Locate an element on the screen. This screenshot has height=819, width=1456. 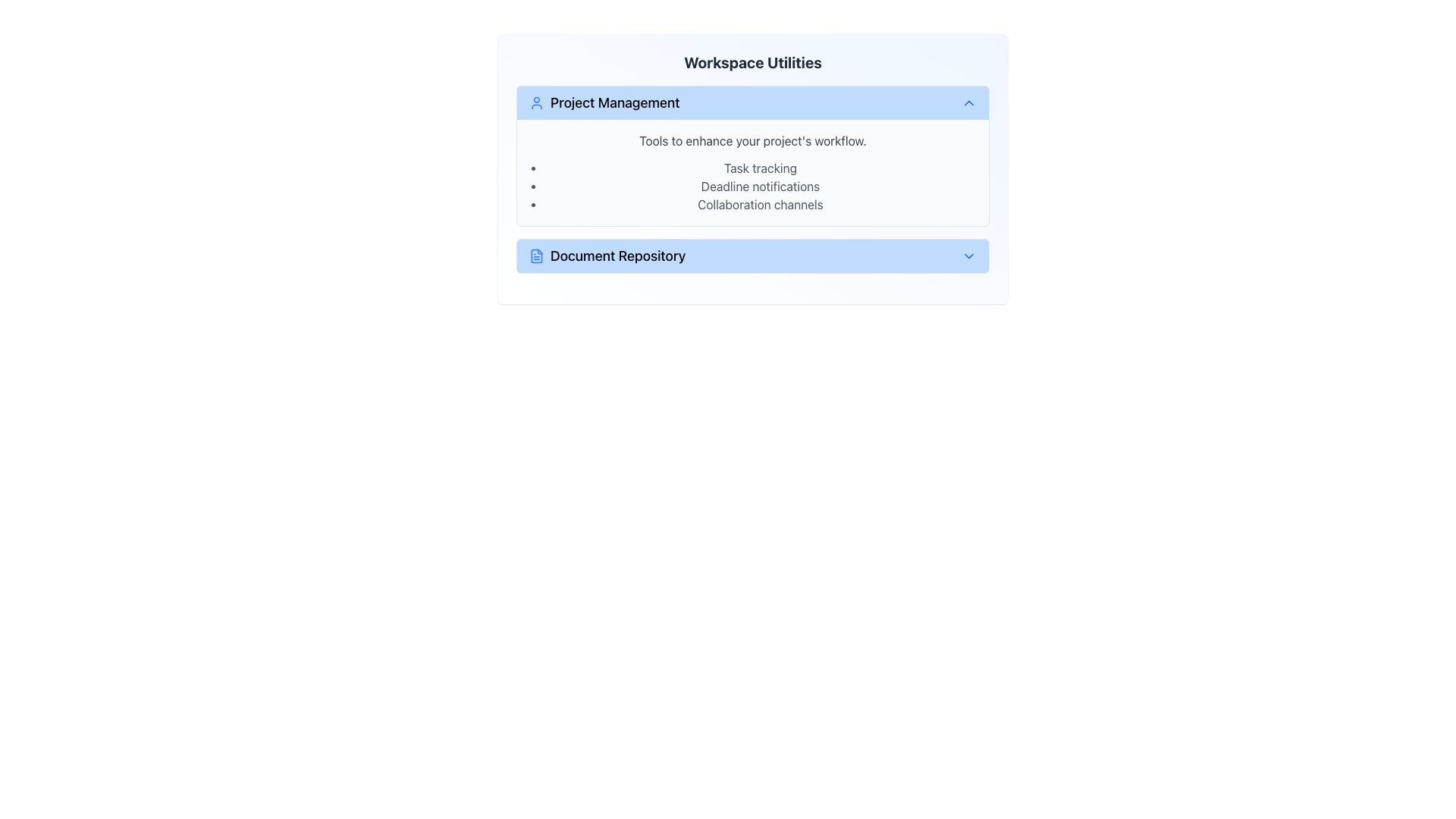
on the text 'Deadline notifications' located in the Project Management section of the Workspace Utilities panel is located at coordinates (761, 186).